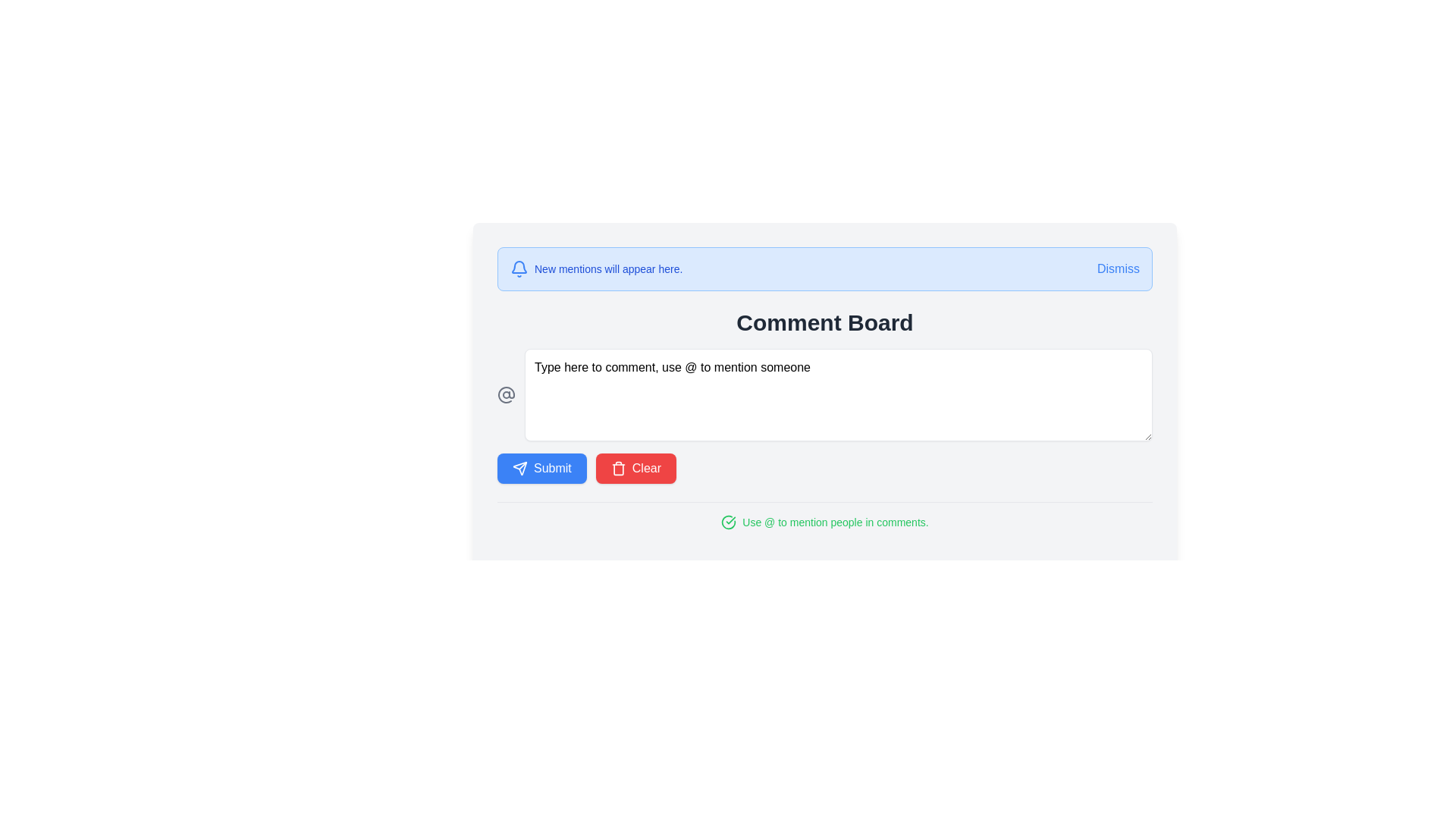 This screenshot has width=1456, height=819. Describe the element at coordinates (520, 467) in the screenshot. I see `the blue triangular paper airplane icon located to the left of the 'Submit' text within the rounded blue 'Submit' button` at that location.